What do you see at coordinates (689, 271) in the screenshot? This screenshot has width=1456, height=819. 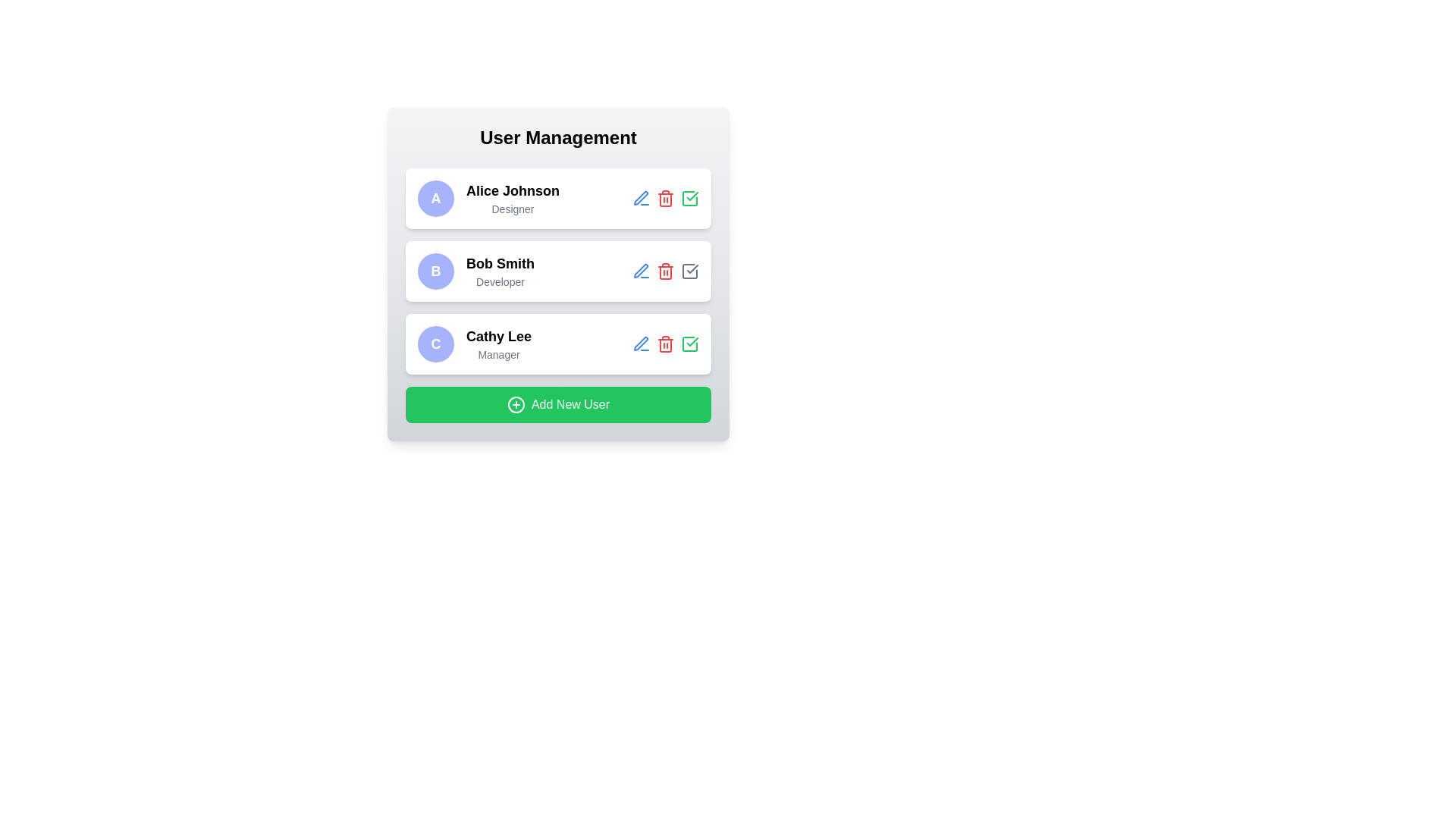 I see `the checkbox next to 'Bob Smith'` at bounding box center [689, 271].